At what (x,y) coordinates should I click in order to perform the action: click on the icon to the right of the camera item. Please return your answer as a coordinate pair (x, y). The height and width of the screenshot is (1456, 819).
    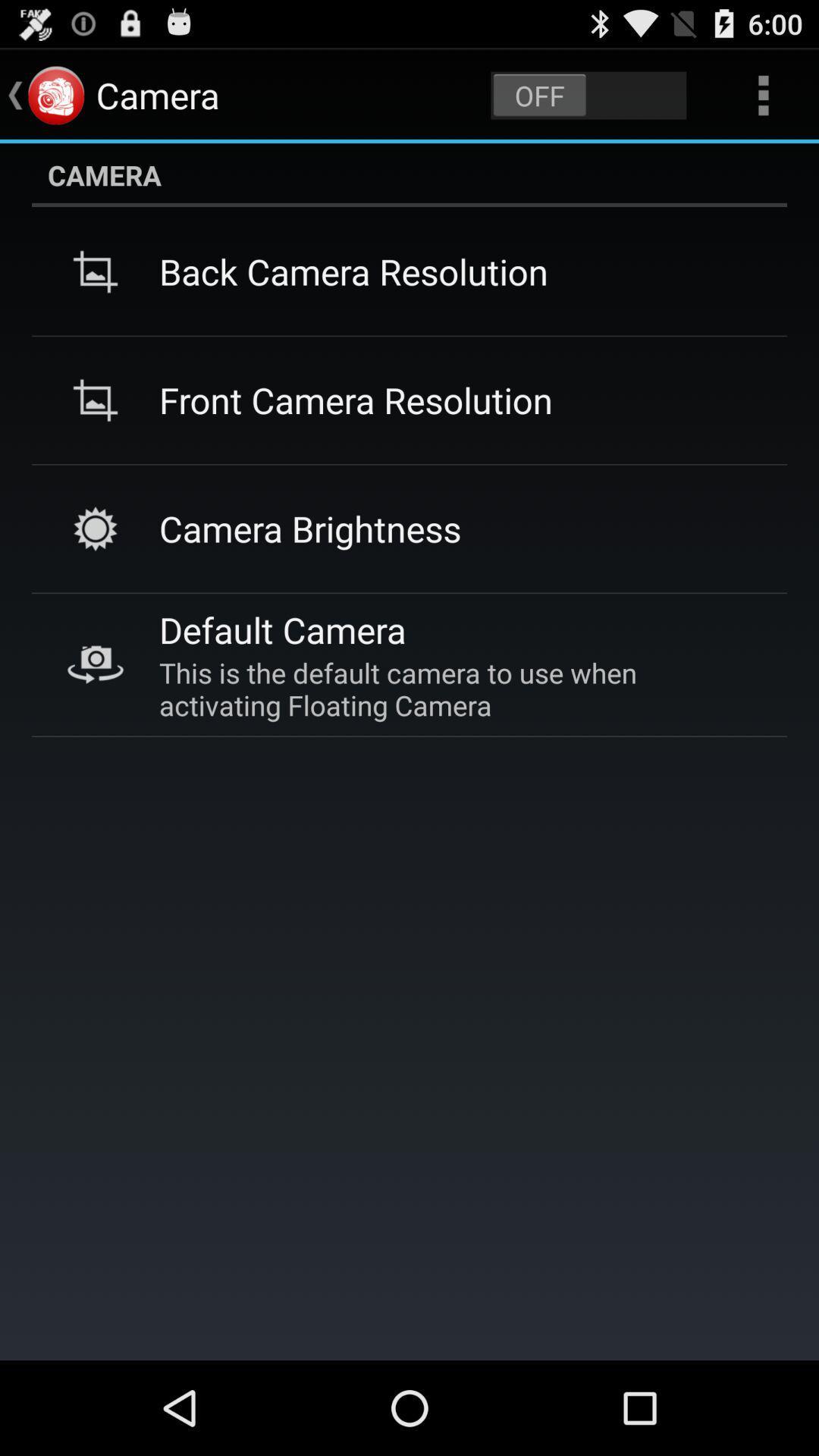
    Looking at the image, I should click on (588, 94).